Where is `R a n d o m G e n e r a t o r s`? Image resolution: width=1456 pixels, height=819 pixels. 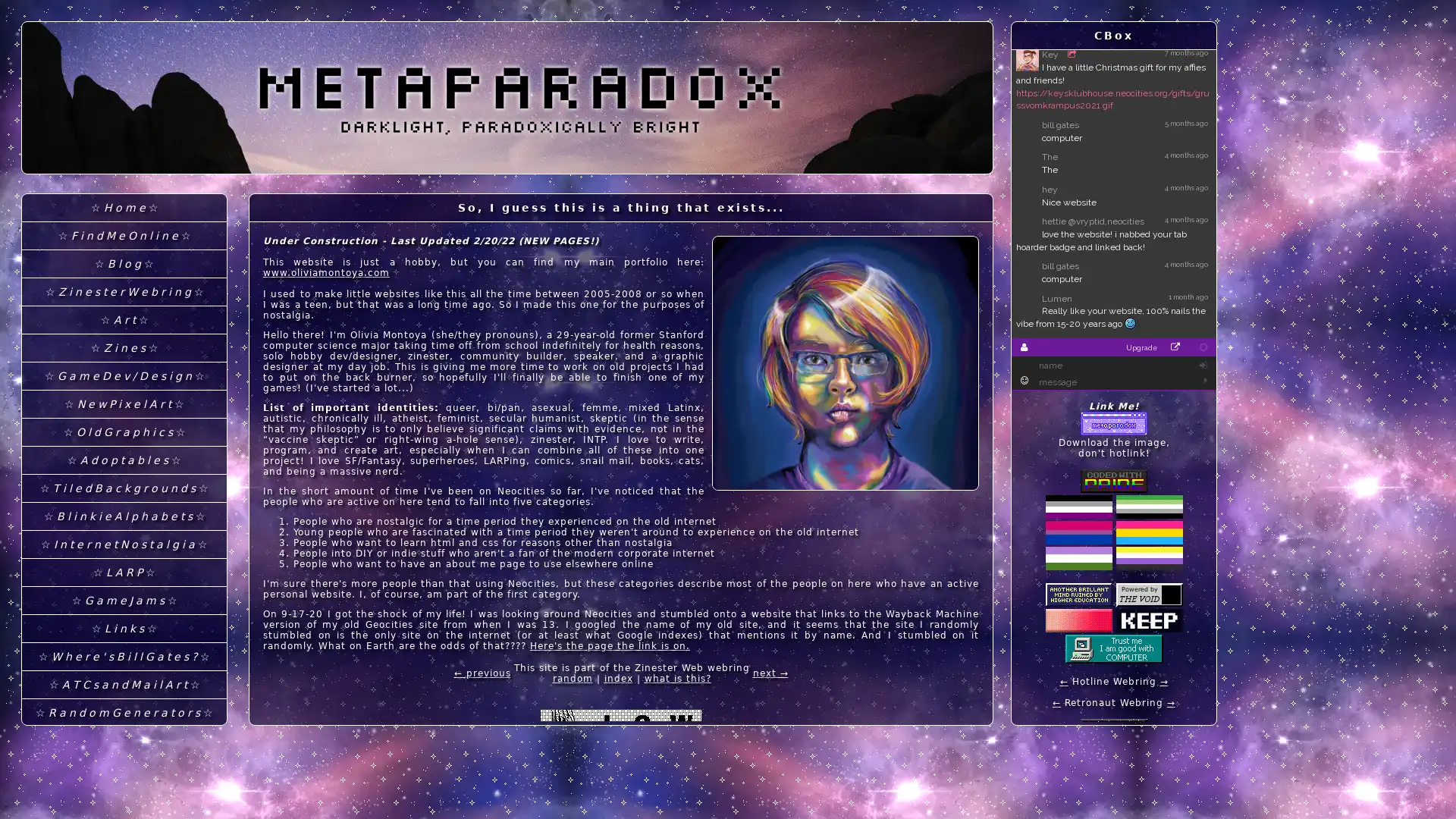
R a n d o m G e n e r a t o r s is located at coordinates (124, 713).